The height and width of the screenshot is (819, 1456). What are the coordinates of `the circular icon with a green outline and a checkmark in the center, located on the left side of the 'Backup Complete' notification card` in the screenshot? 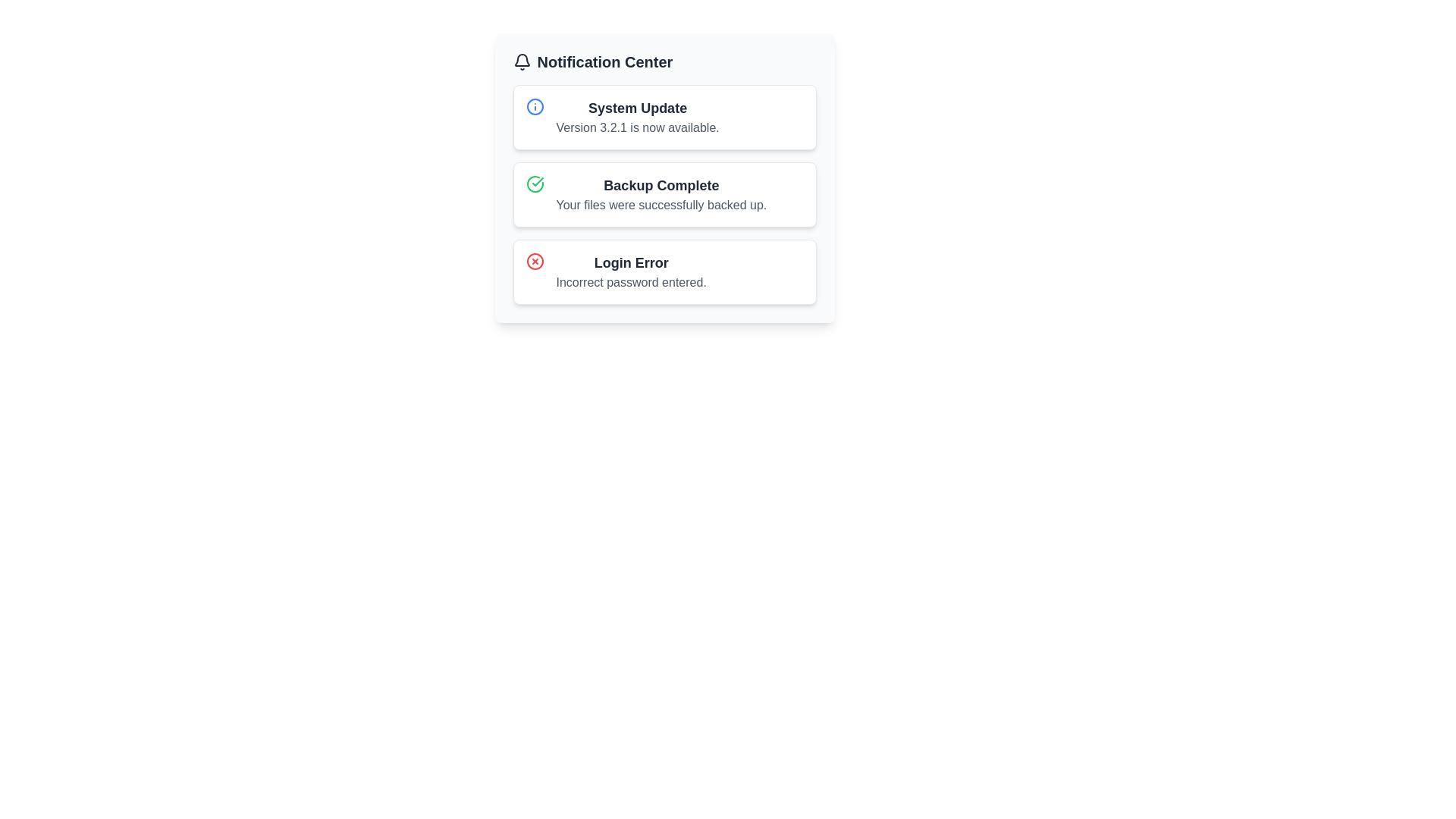 It's located at (535, 194).